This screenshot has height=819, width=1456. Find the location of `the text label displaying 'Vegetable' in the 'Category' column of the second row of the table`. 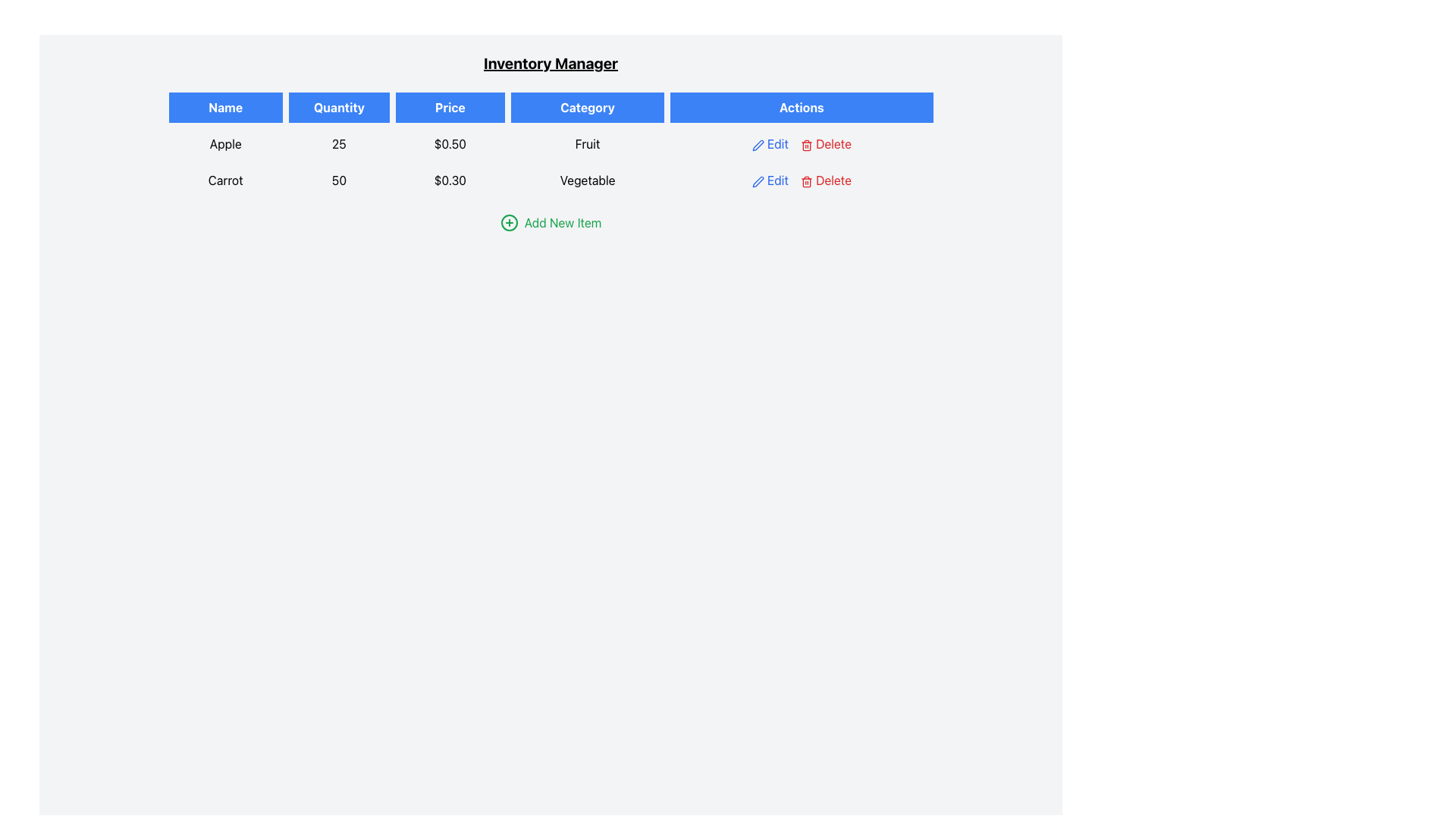

the text label displaying 'Vegetable' in the 'Category' column of the second row of the table is located at coordinates (586, 180).